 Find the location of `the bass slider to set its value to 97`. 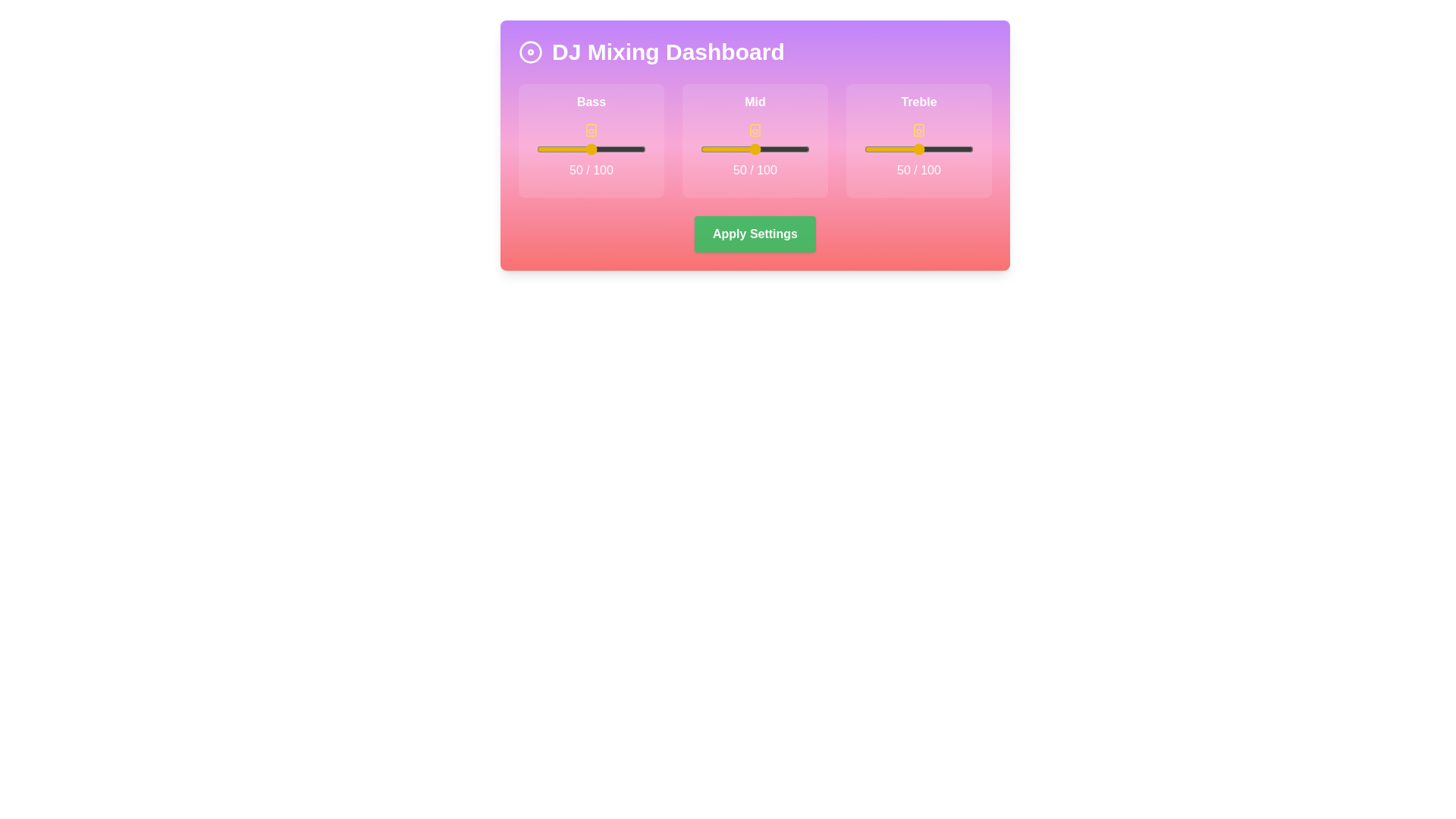

the bass slider to set its value to 97 is located at coordinates (642, 149).